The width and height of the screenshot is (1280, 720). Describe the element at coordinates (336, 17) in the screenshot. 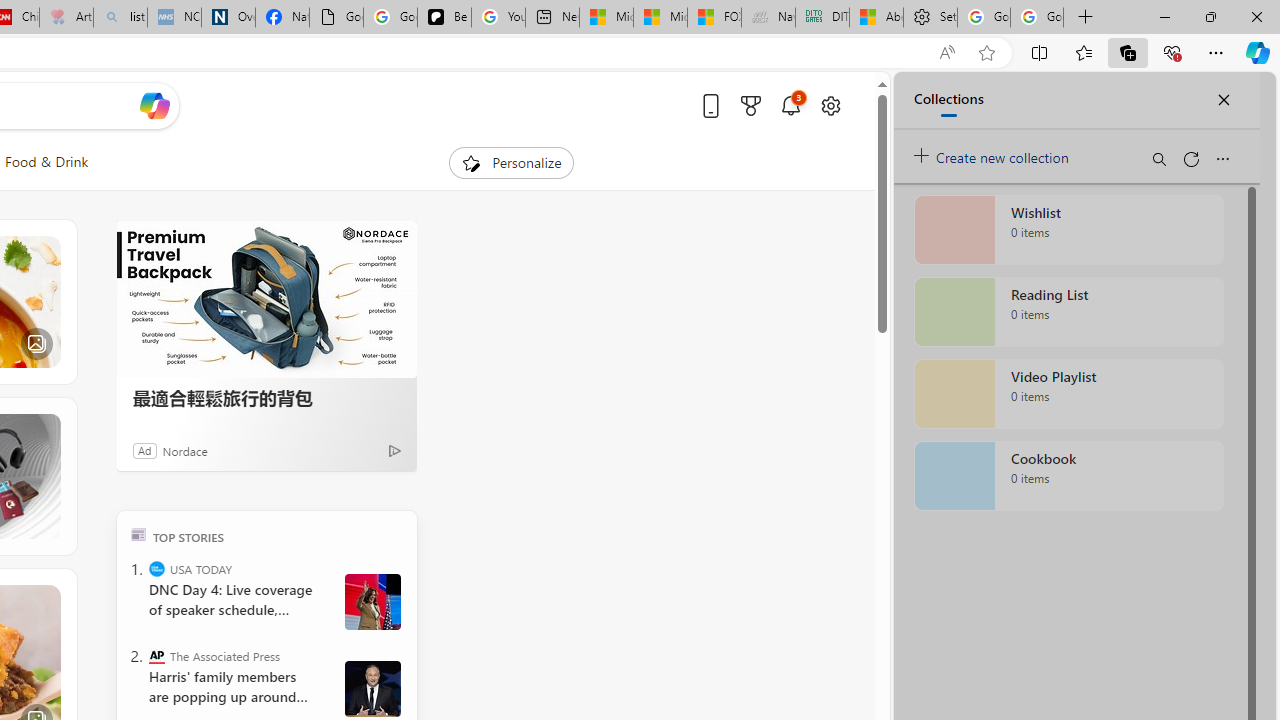

I see `'Google Analytics Opt-out Browser Add-on Download Page'` at that location.